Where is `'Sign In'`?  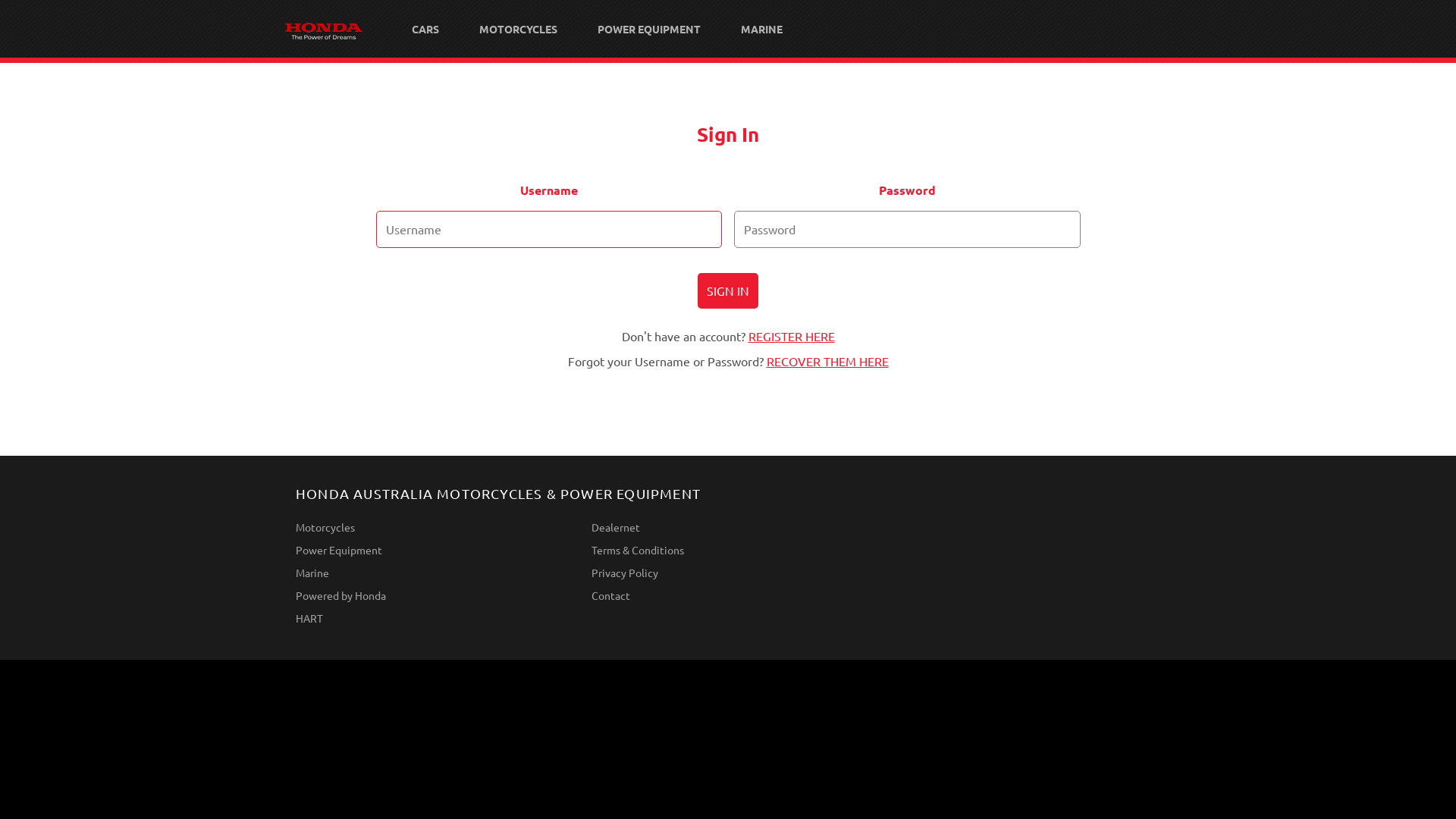
'Sign In' is located at coordinates (697, 290).